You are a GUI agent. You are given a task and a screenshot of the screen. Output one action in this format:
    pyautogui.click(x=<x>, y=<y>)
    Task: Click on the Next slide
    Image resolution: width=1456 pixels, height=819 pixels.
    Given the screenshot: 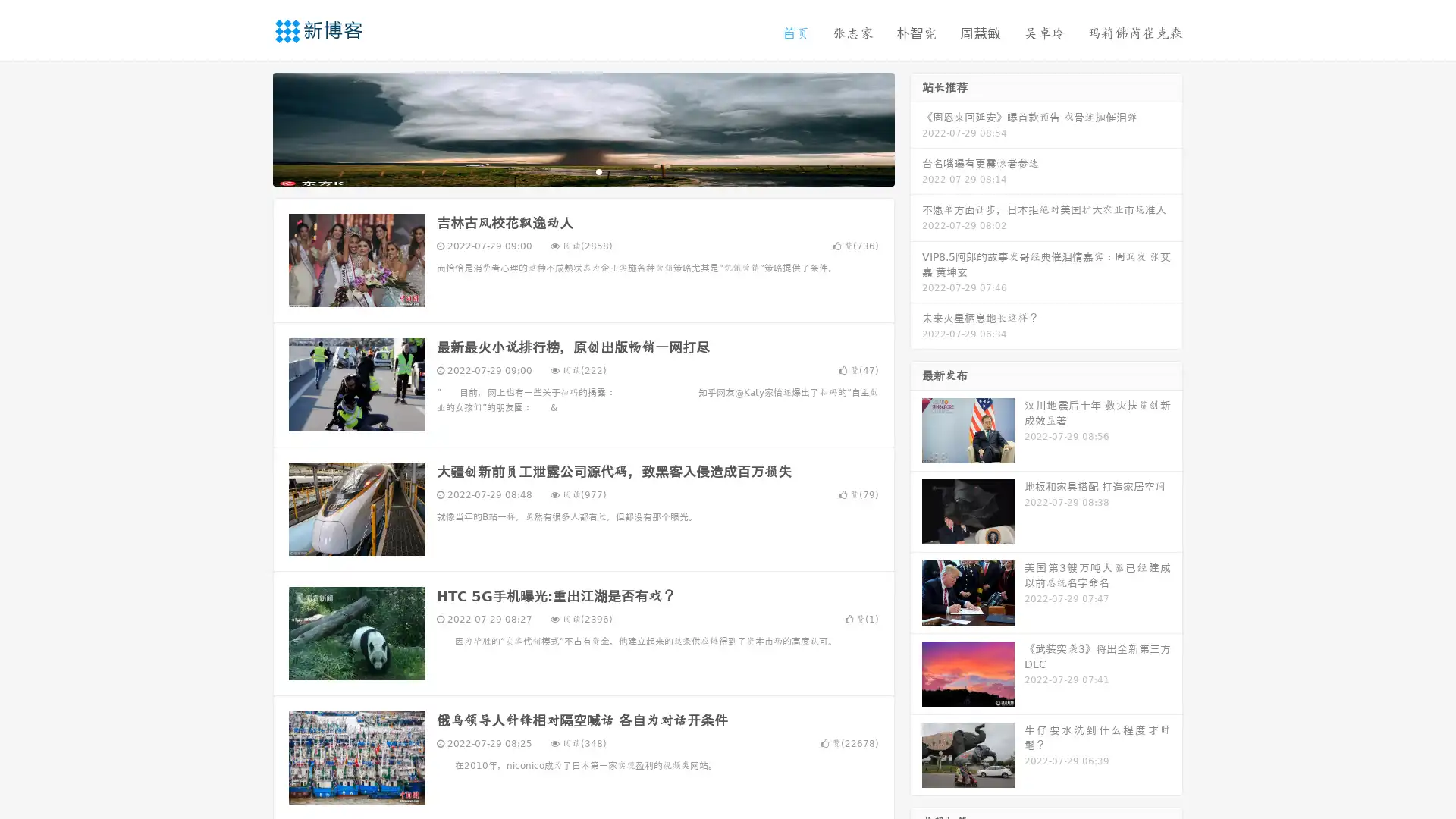 What is the action you would take?
    pyautogui.click(x=916, y=127)
    